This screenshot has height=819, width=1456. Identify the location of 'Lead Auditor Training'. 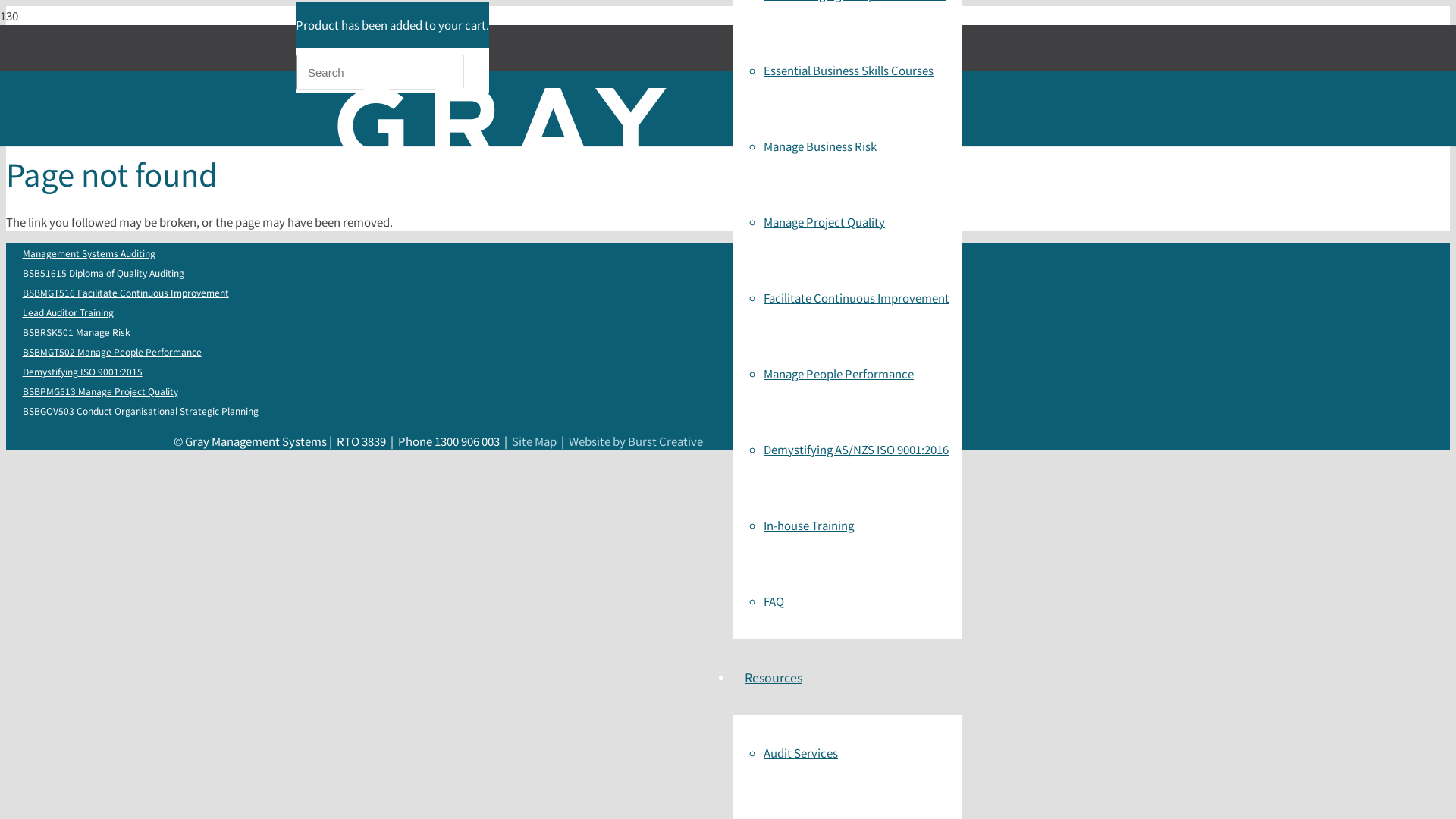
(67, 311).